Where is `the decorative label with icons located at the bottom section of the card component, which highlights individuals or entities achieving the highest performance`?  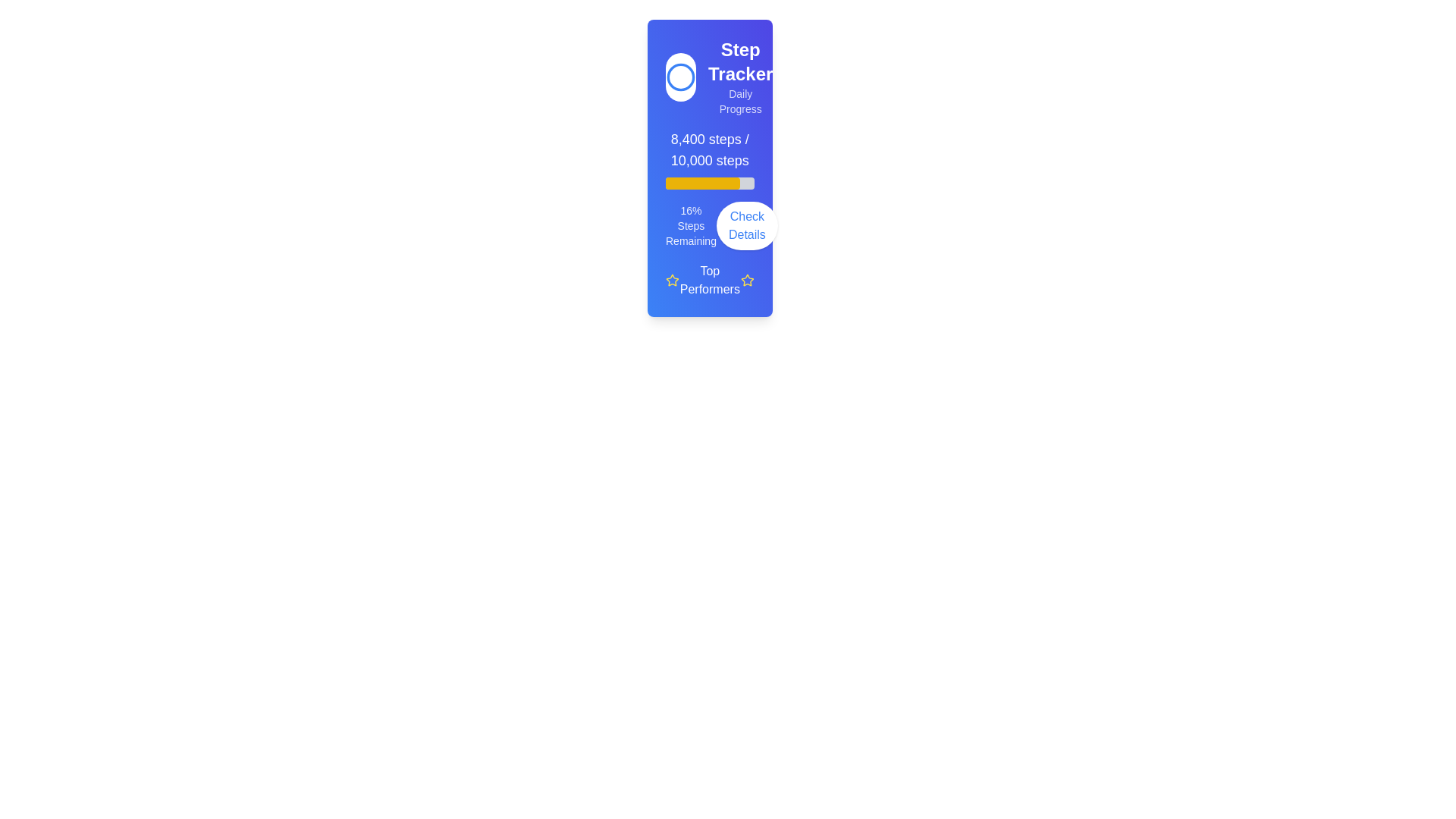
the decorative label with icons located at the bottom section of the card component, which highlights individuals or entities achieving the highest performance is located at coordinates (709, 281).